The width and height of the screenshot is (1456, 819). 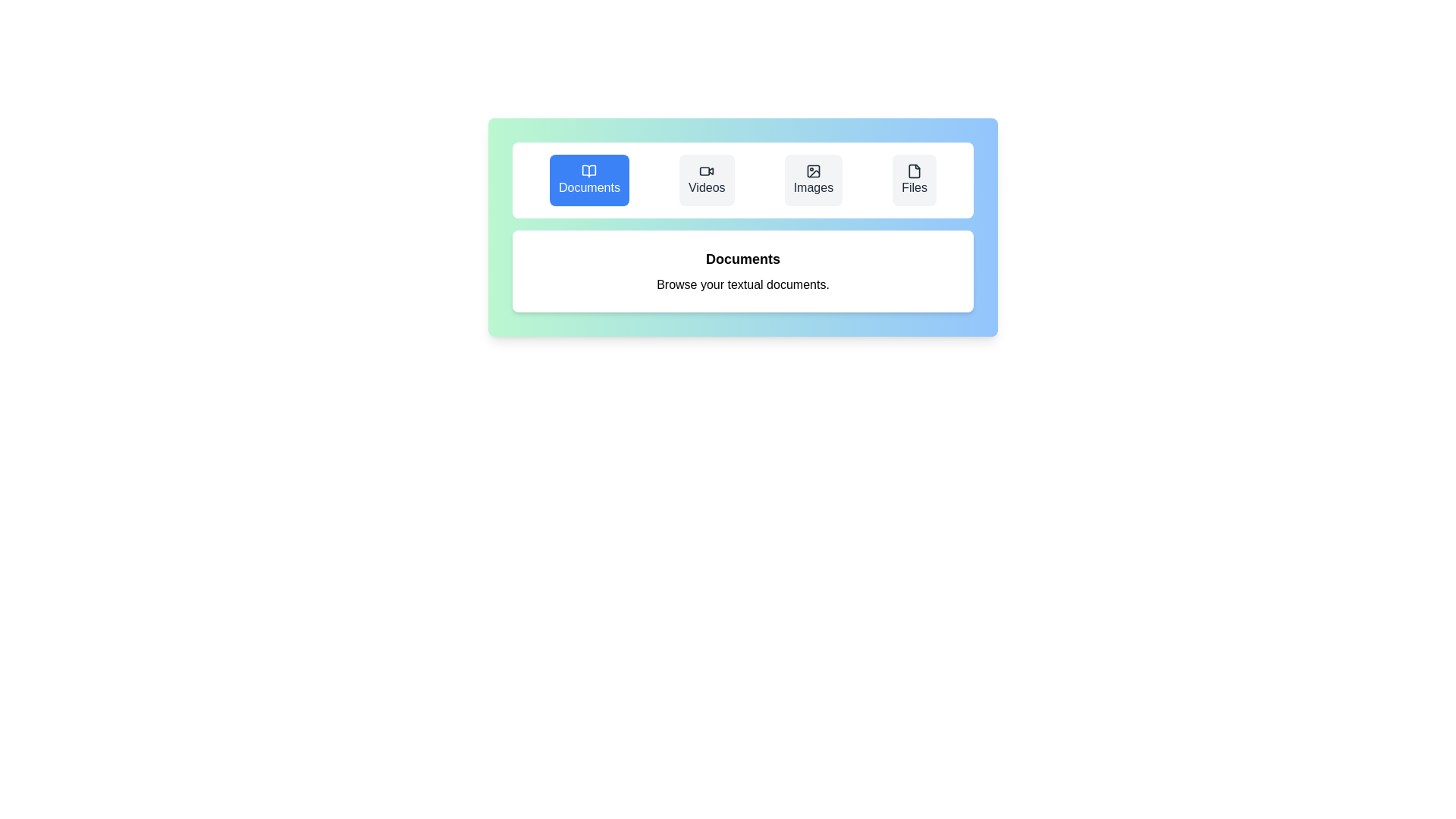 What do you see at coordinates (706, 180) in the screenshot?
I see `the Videos tab by clicking on the corresponding button` at bounding box center [706, 180].